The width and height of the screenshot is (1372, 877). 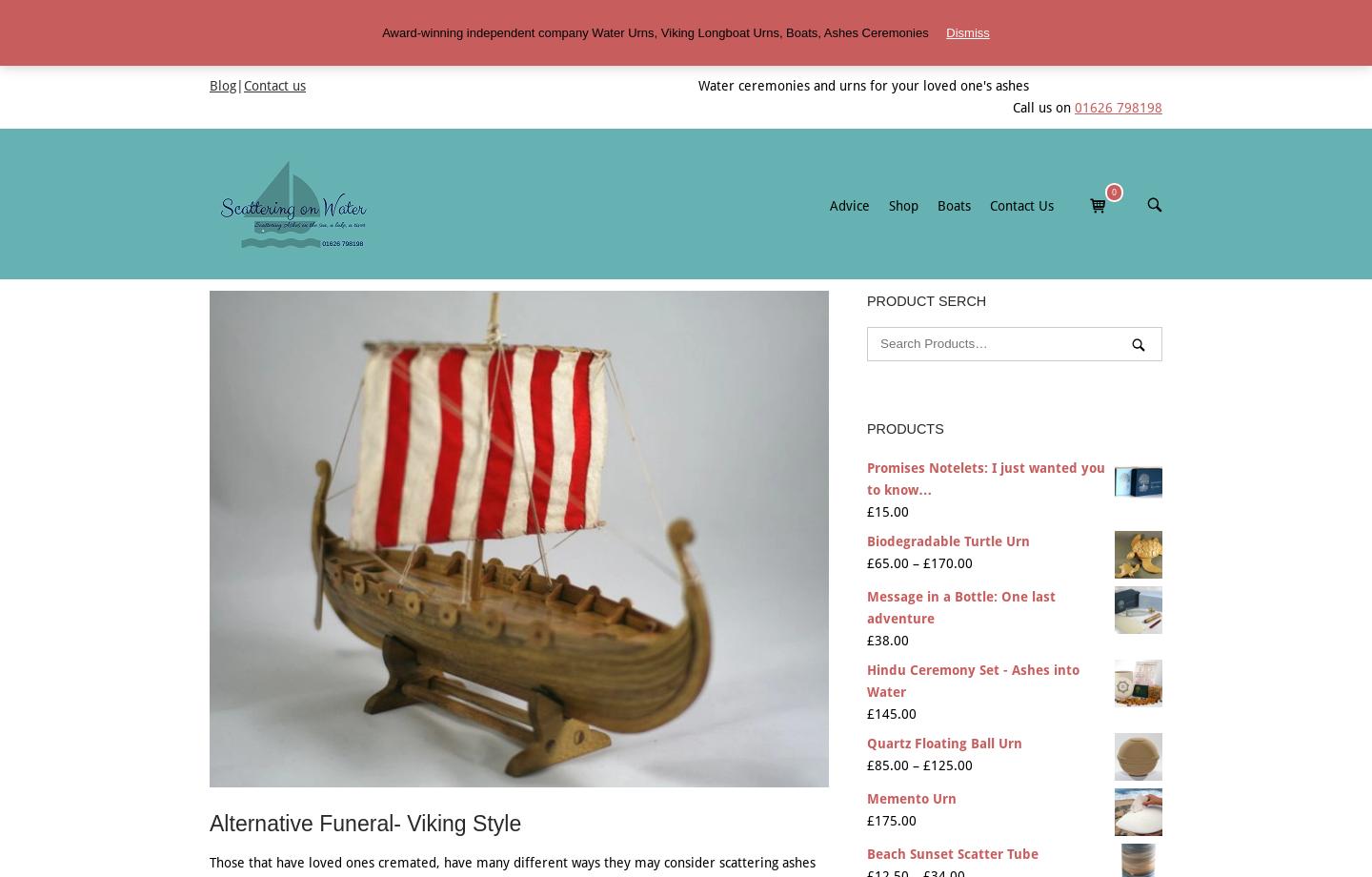 I want to click on 'Award-winning independent company Water Urns, Viking Longboat Urns, Boats, Ashes Ceremonies', so click(x=656, y=32).